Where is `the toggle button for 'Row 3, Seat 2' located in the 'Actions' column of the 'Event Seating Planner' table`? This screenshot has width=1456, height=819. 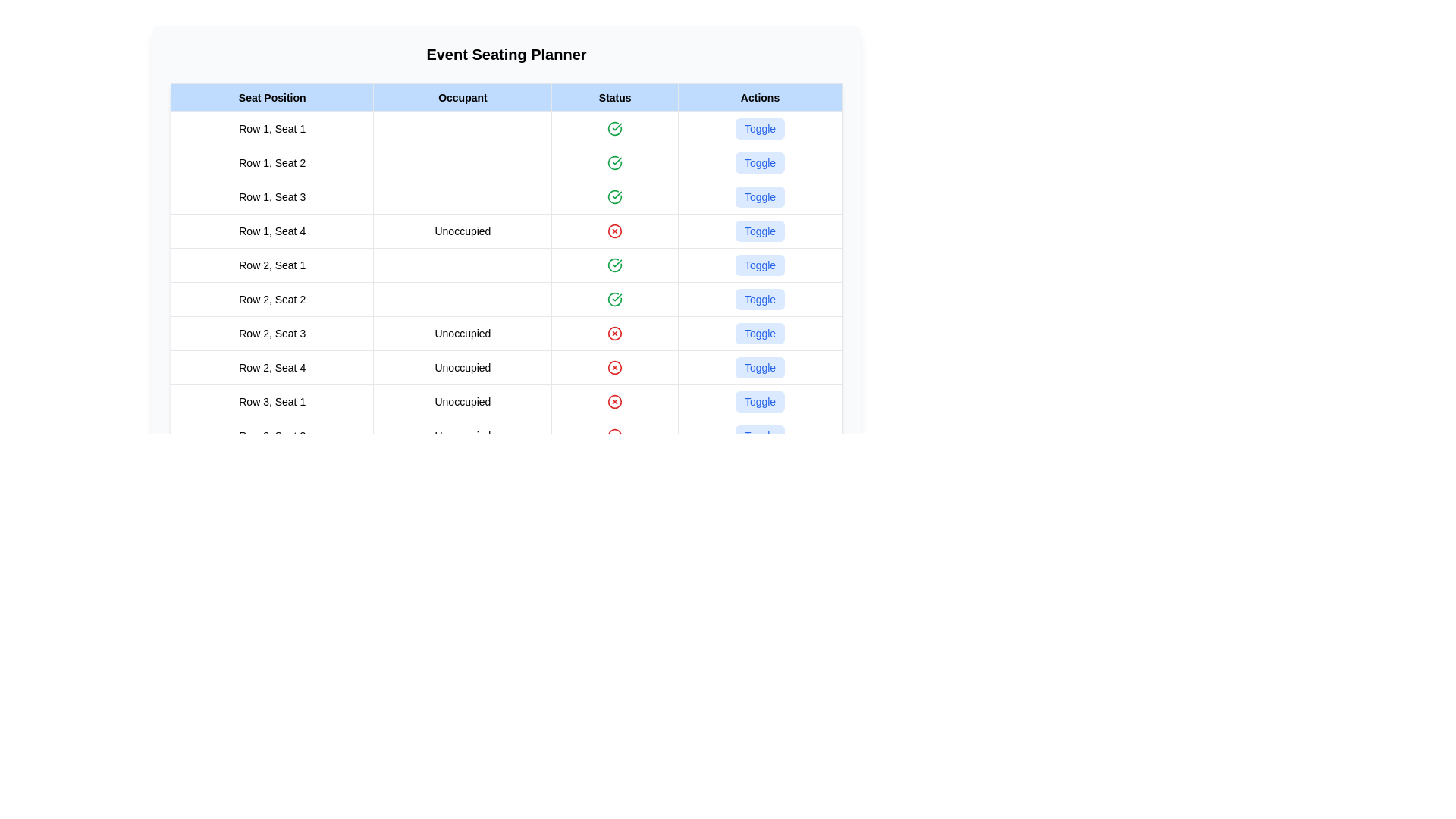 the toggle button for 'Row 3, Seat 2' located in the 'Actions' column of the 'Event Seating Planner' table is located at coordinates (760, 435).